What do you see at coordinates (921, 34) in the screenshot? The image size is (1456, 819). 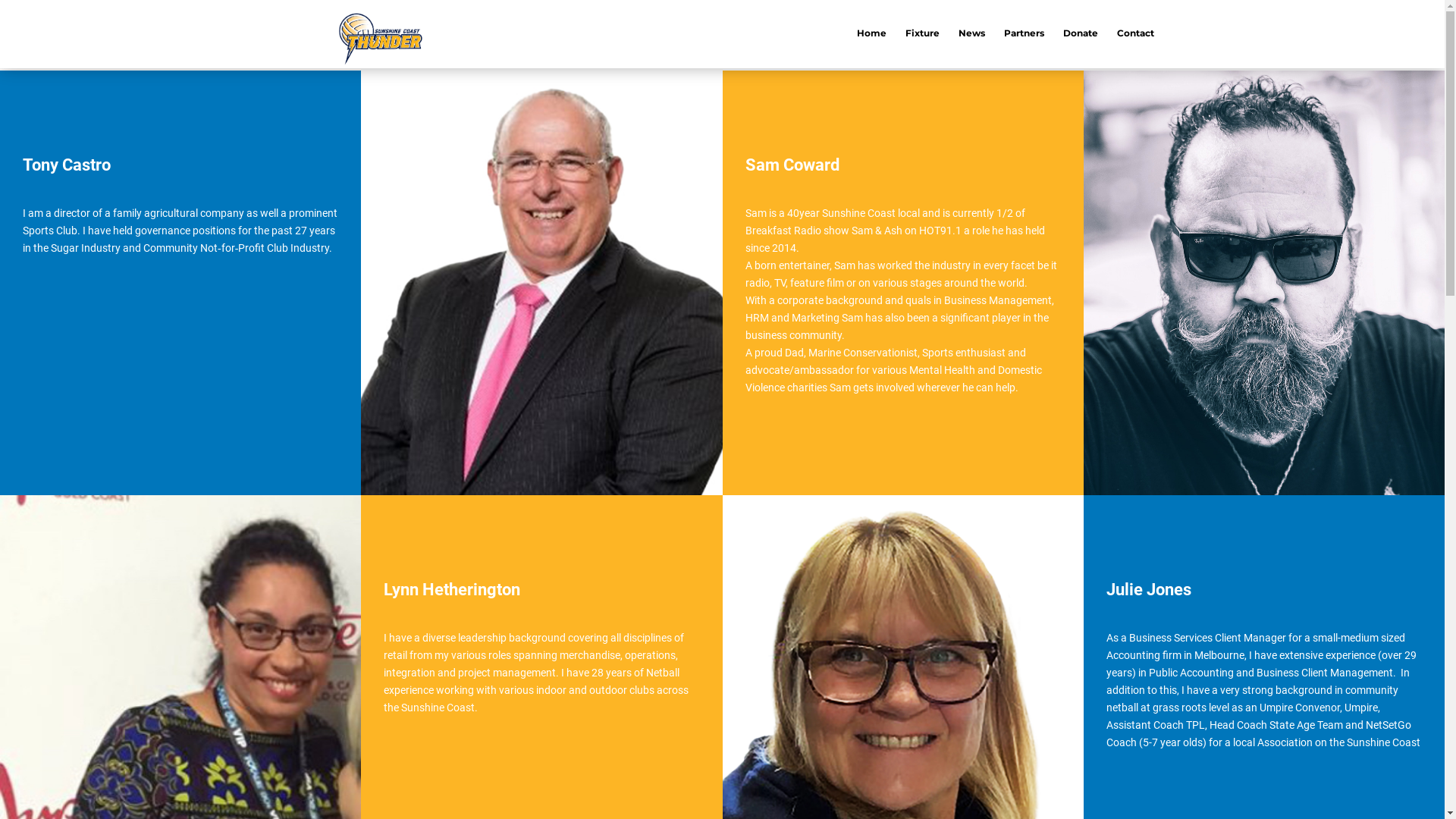 I see `'Fixture'` at bounding box center [921, 34].